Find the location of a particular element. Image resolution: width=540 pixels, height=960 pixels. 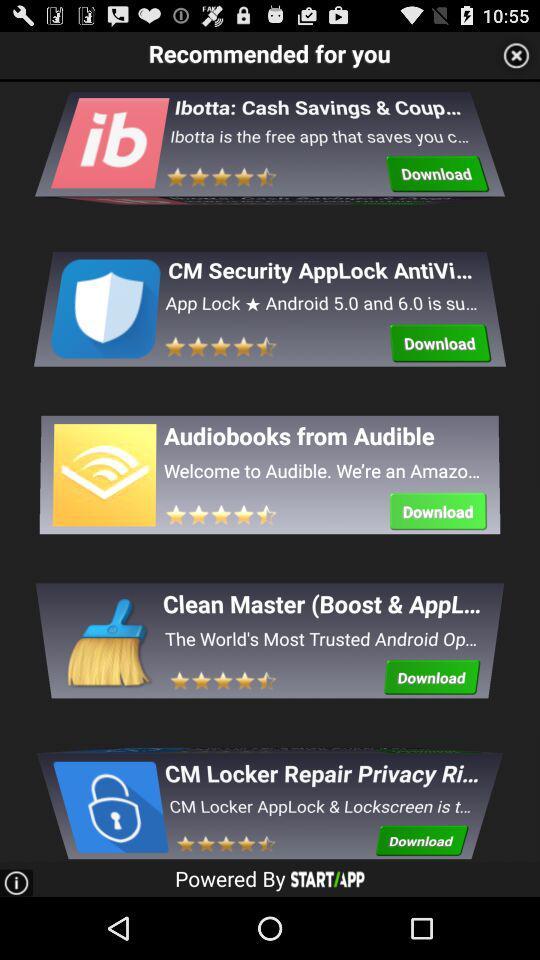

the close icon is located at coordinates (516, 58).